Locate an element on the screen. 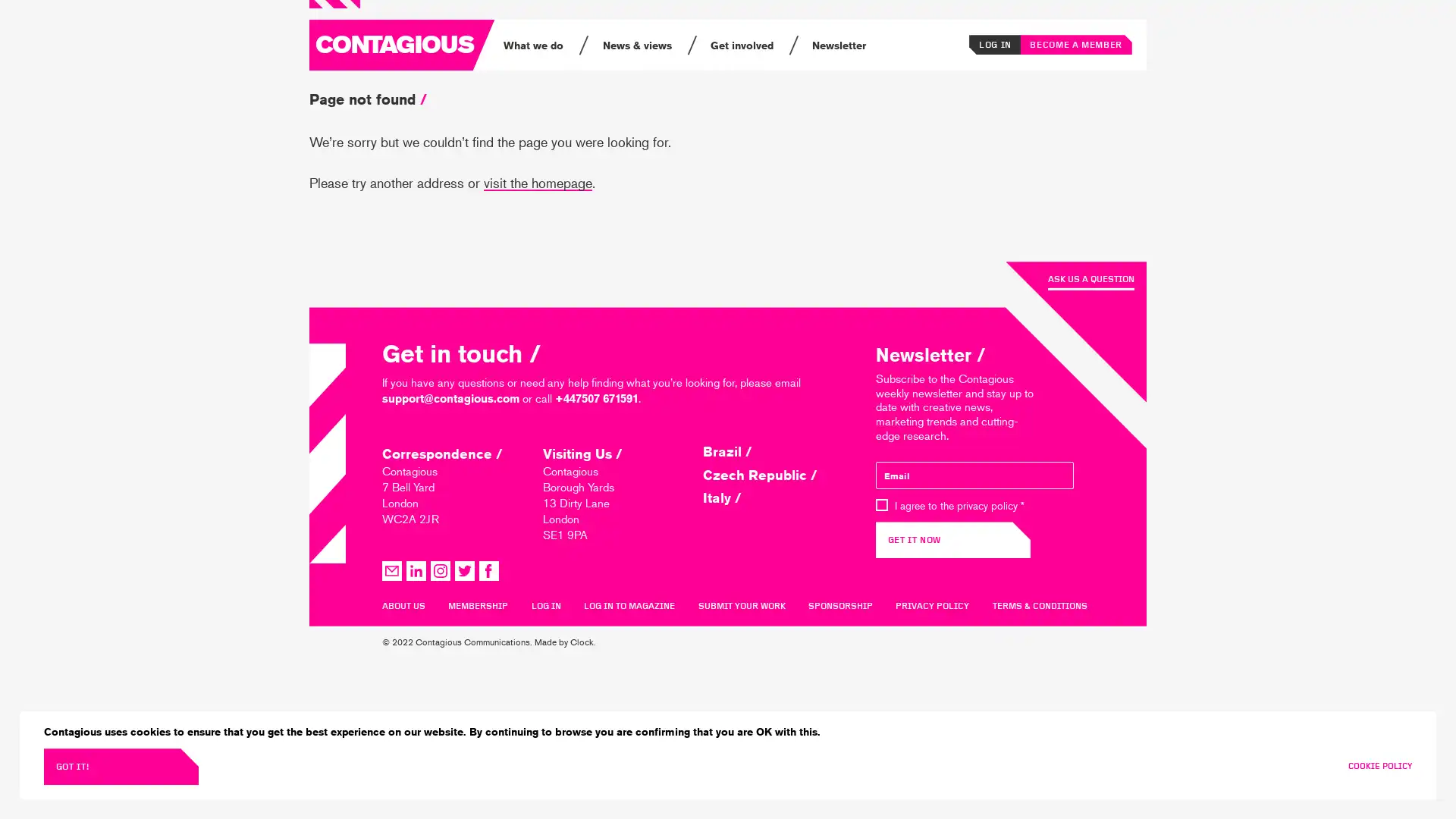 The image size is (1456, 819). GOT IT! is located at coordinates (120, 766).